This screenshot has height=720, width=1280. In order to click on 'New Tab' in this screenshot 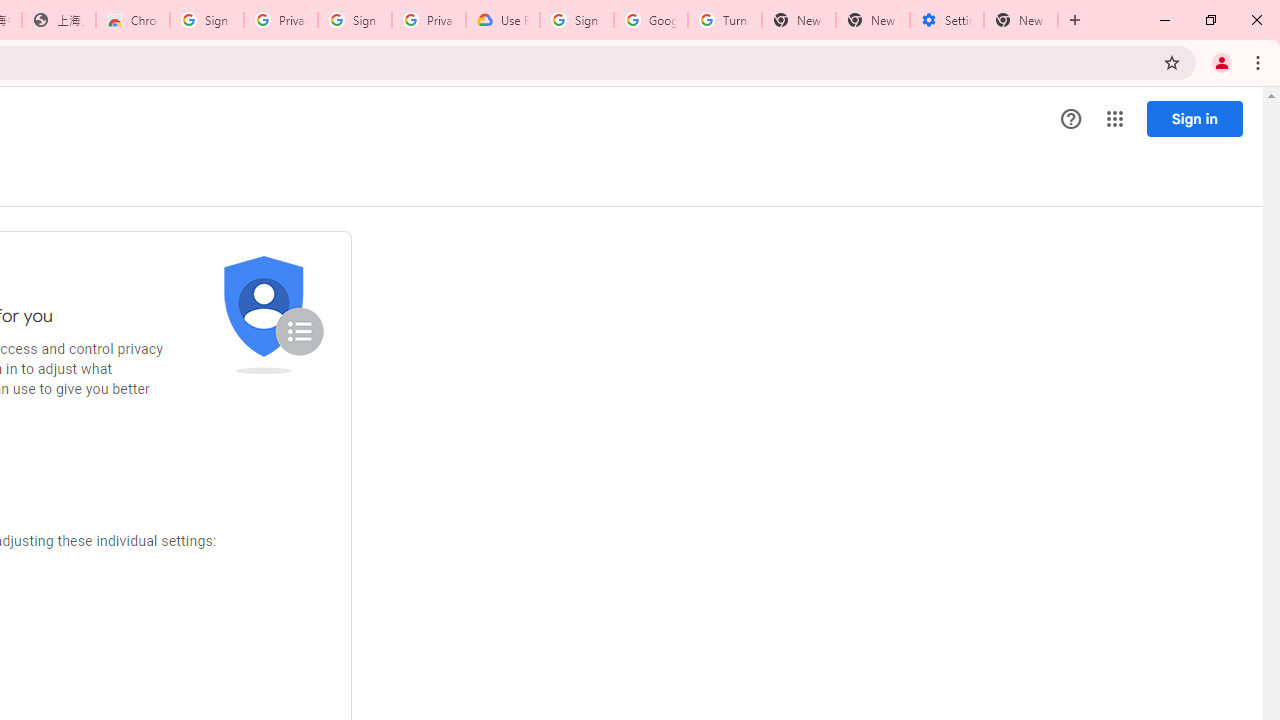, I will do `click(1021, 20)`.